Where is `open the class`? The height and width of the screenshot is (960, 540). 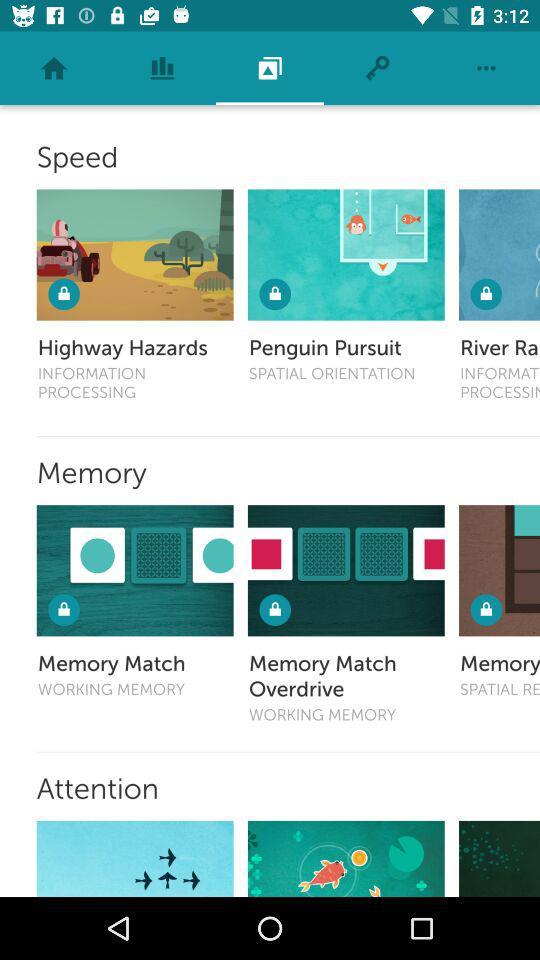 open the class is located at coordinates (498, 253).